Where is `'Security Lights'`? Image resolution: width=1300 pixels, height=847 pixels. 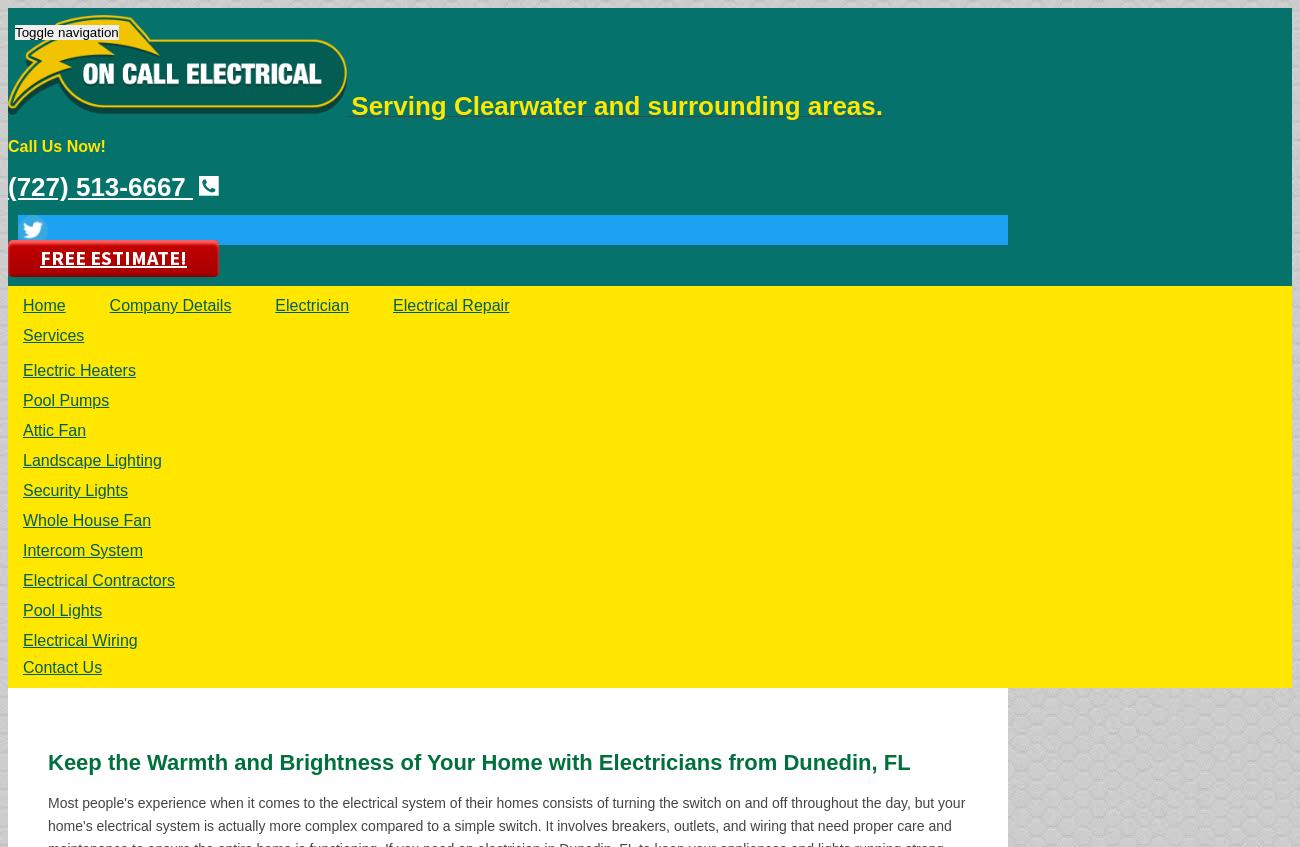 'Security Lights' is located at coordinates (75, 489).